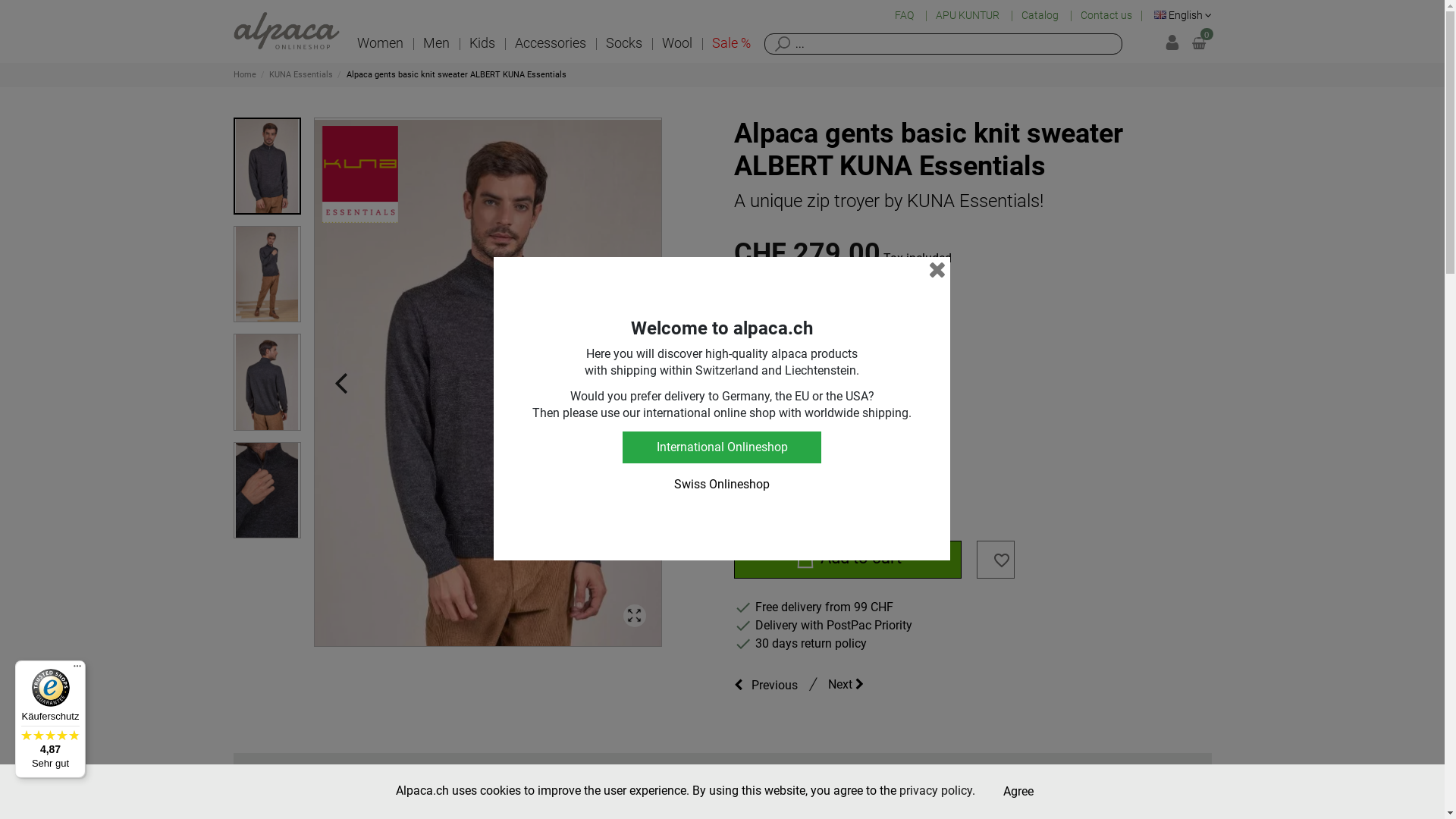 This screenshot has height=819, width=1456. I want to click on 'Wool', so click(676, 42).